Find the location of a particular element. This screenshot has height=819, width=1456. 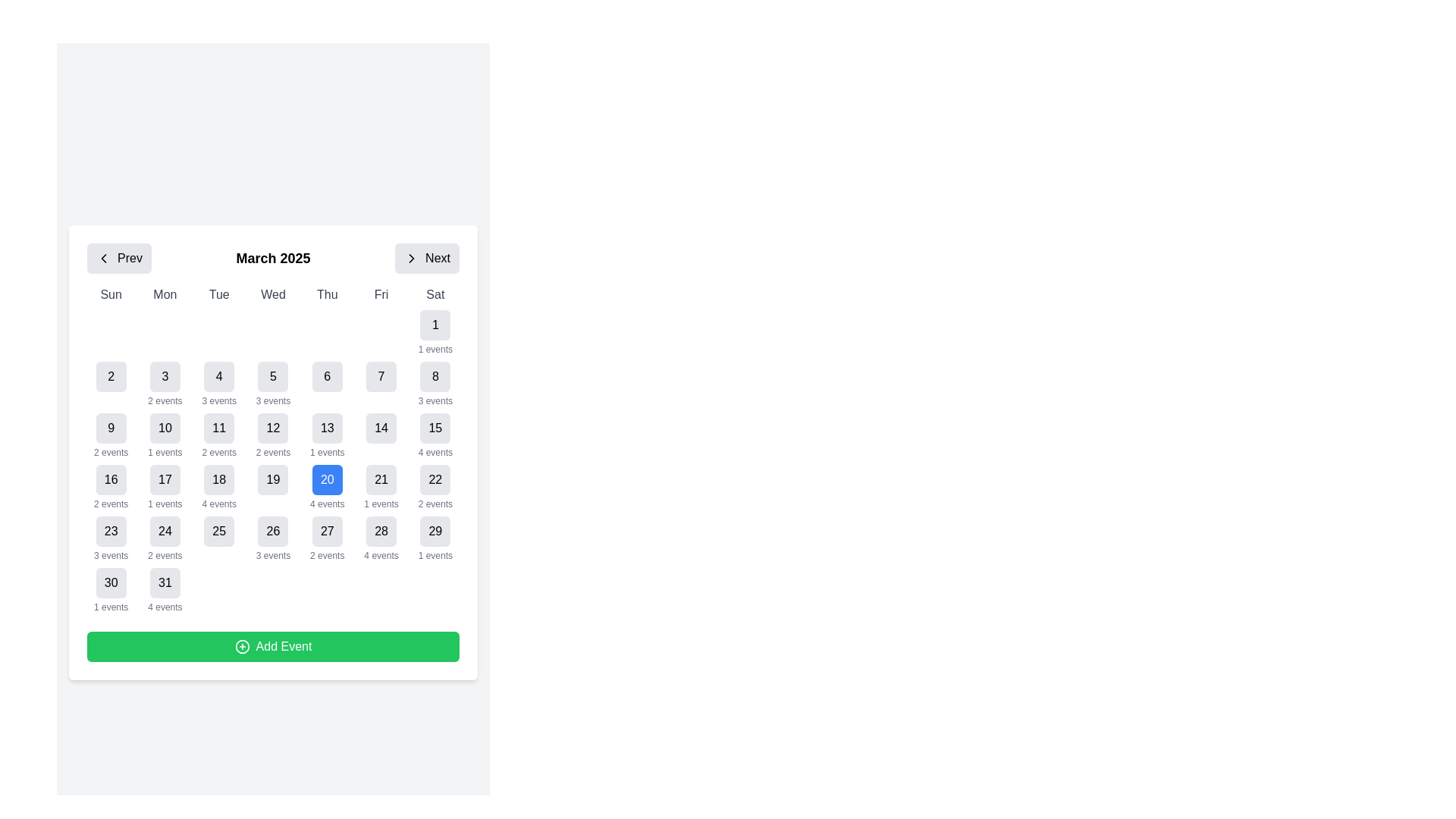

the text label displaying '3 events', which is located below the rounded square showing '4', in the grid layout for Thursday of the first week in March 2025 is located at coordinates (218, 400).